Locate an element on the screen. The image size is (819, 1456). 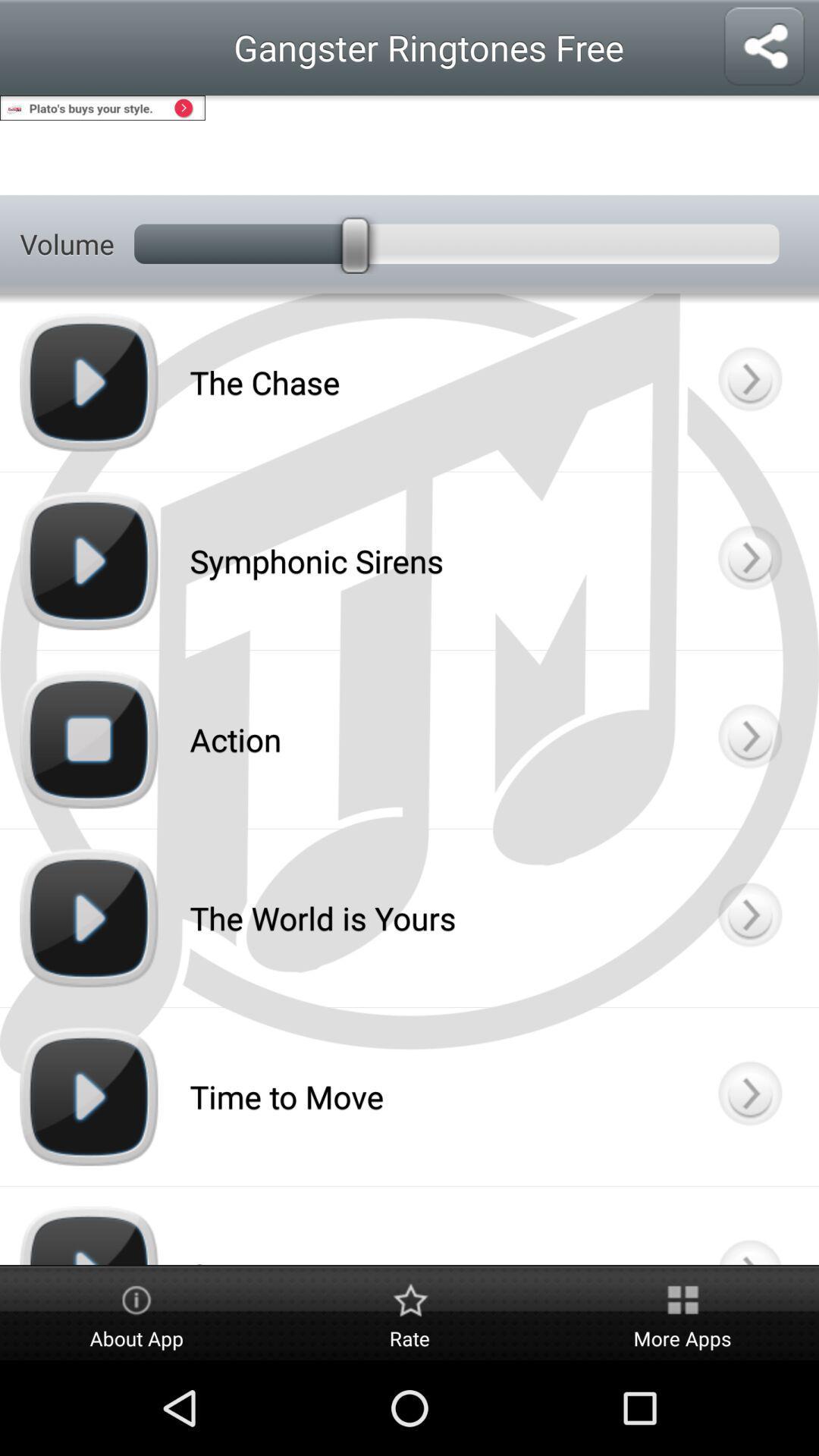
time to move is located at coordinates (748, 1097).